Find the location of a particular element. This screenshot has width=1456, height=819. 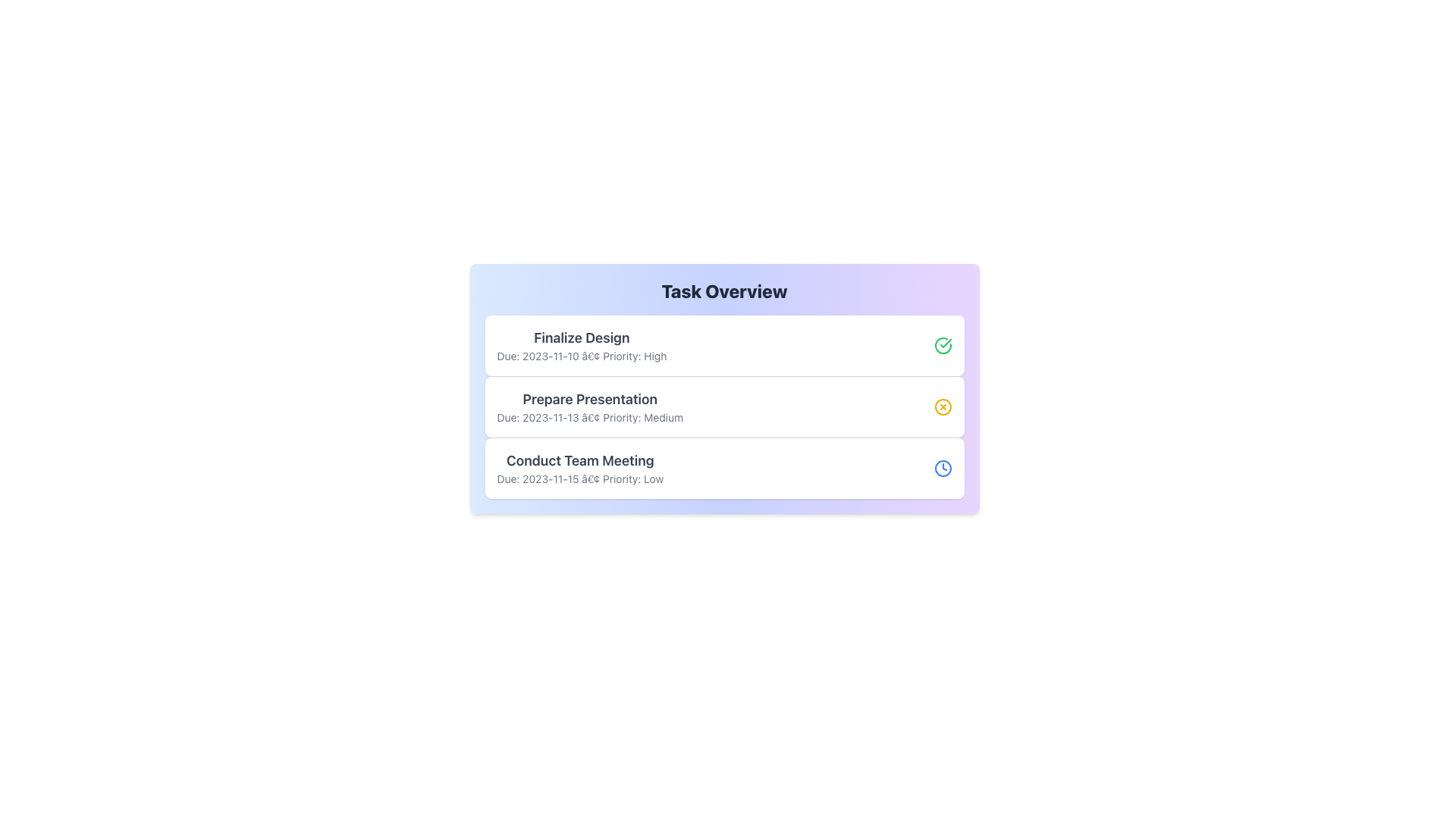

the list item representing the task 'Conduct Team Meeting' is located at coordinates (579, 467).